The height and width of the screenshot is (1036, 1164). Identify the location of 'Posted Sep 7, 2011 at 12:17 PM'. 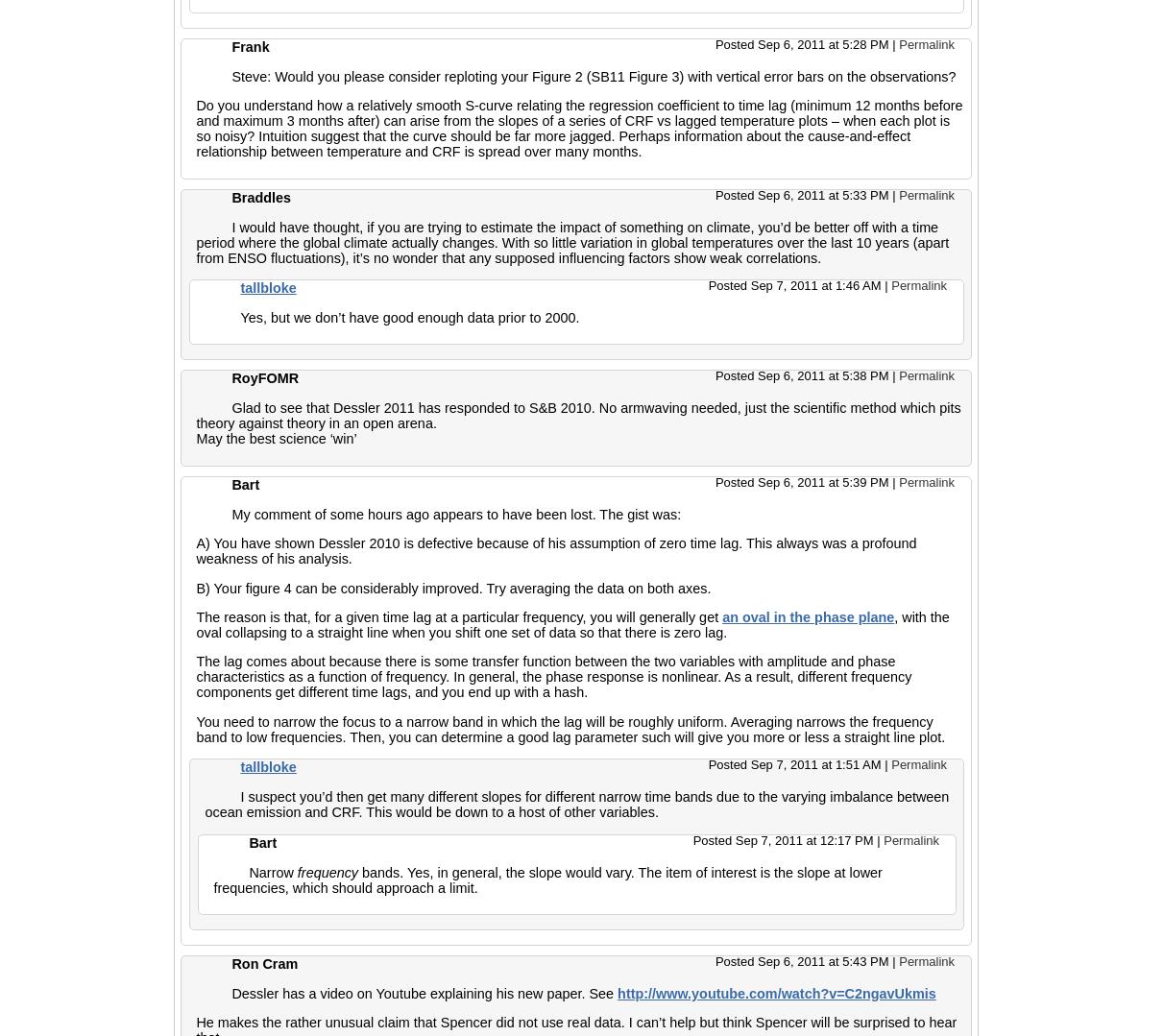
(692, 838).